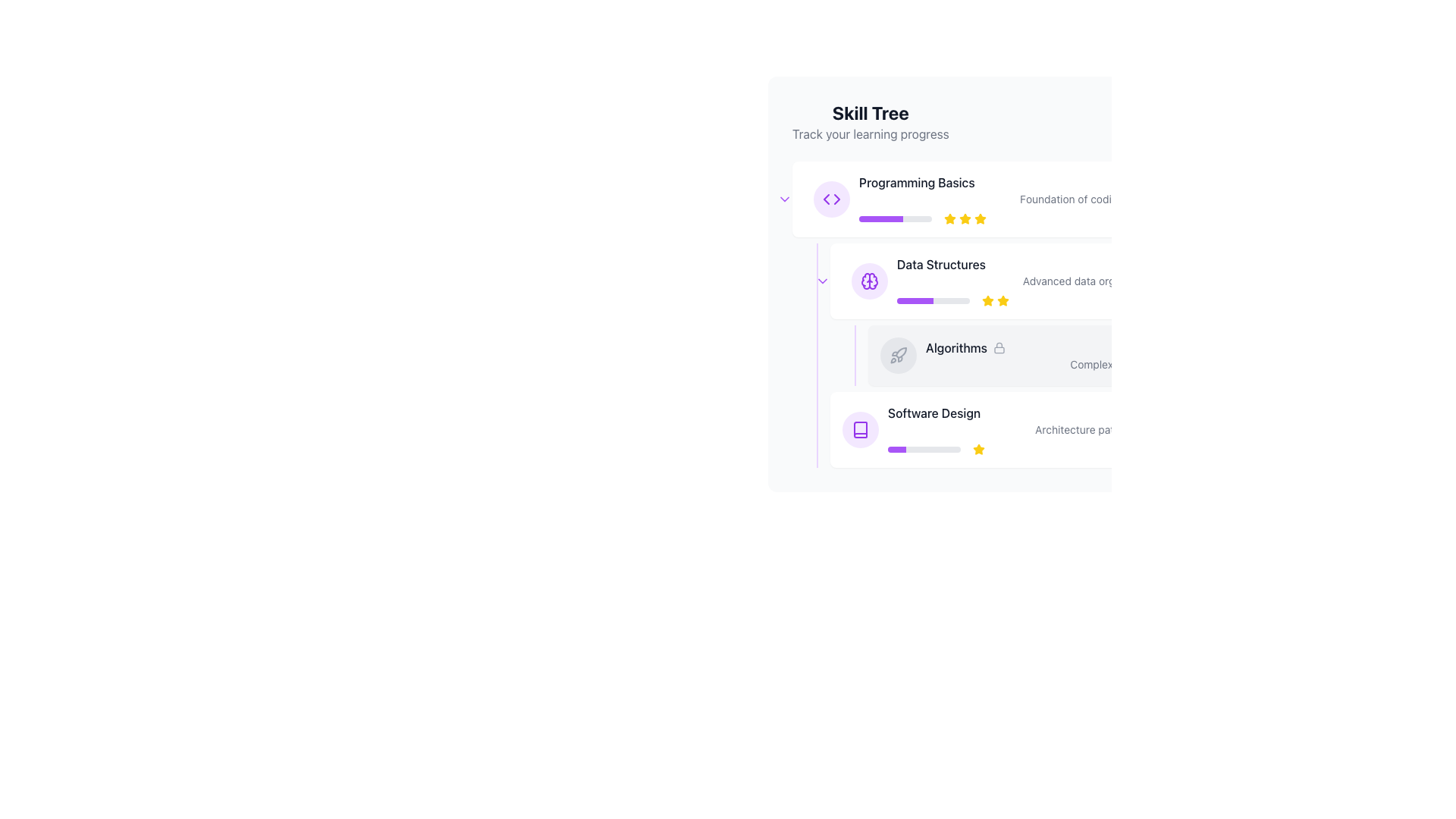 This screenshot has height=819, width=1456. I want to click on the text label displaying 'Advanced data organization' which is positioned within the 'Data Structures' section of the Skill Tree interface, aligned to the right and below the title, so click(1090, 281).